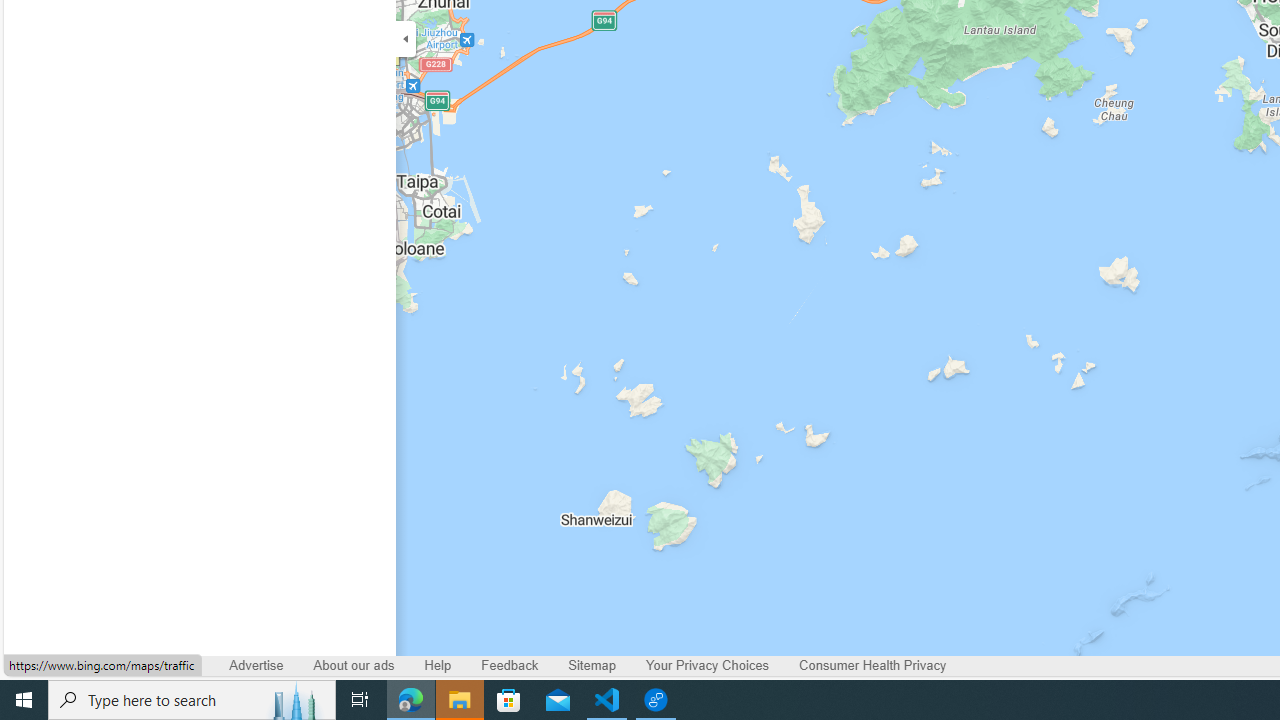 The width and height of the screenshot is (1280, 720). What do you see at coordinates (255, 665) in the screenshot?
I see `'Advertise'` at bounding box center [255, 665].